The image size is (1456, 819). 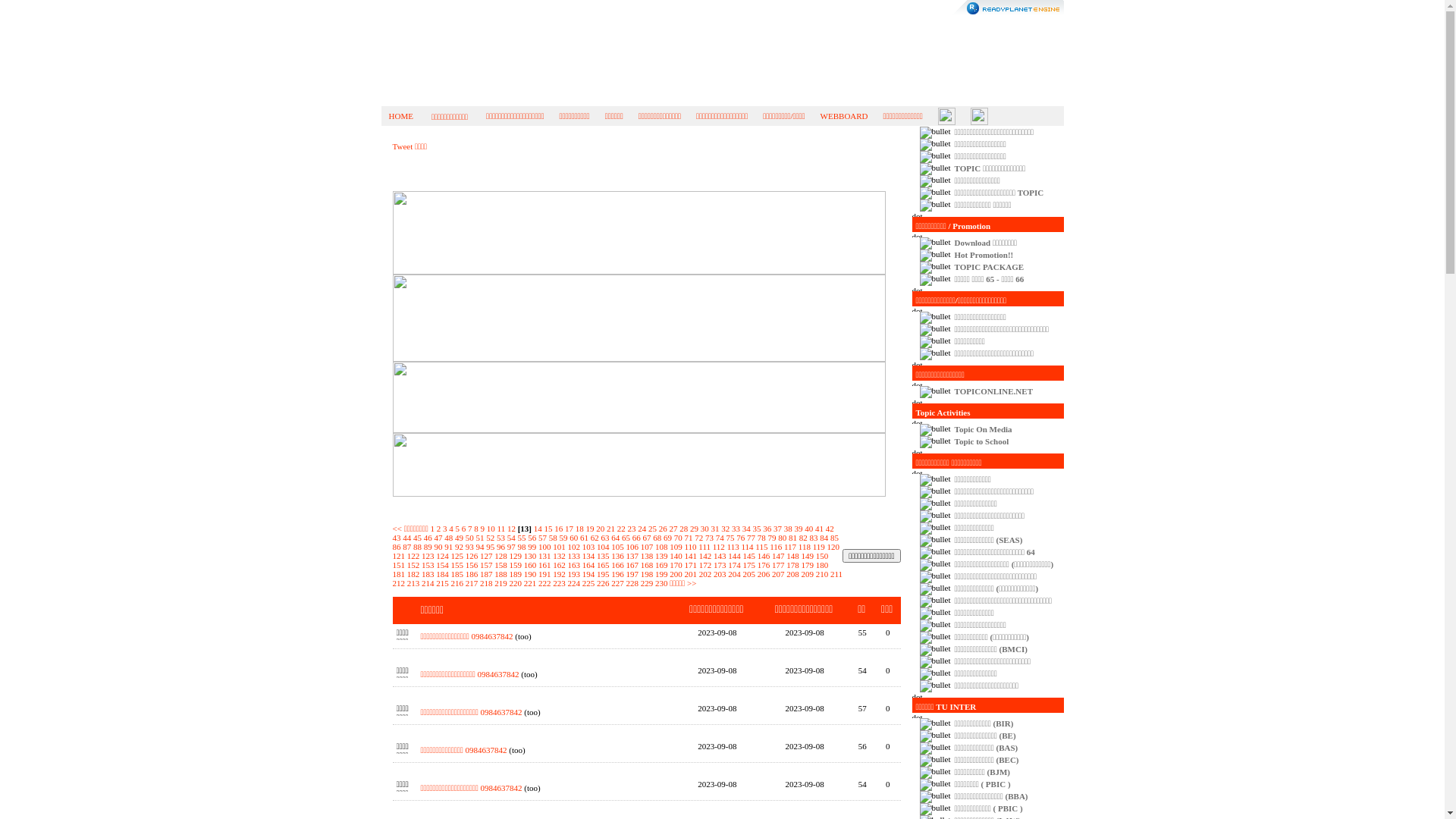 I want to click on '153', so click(x=427, y=564).